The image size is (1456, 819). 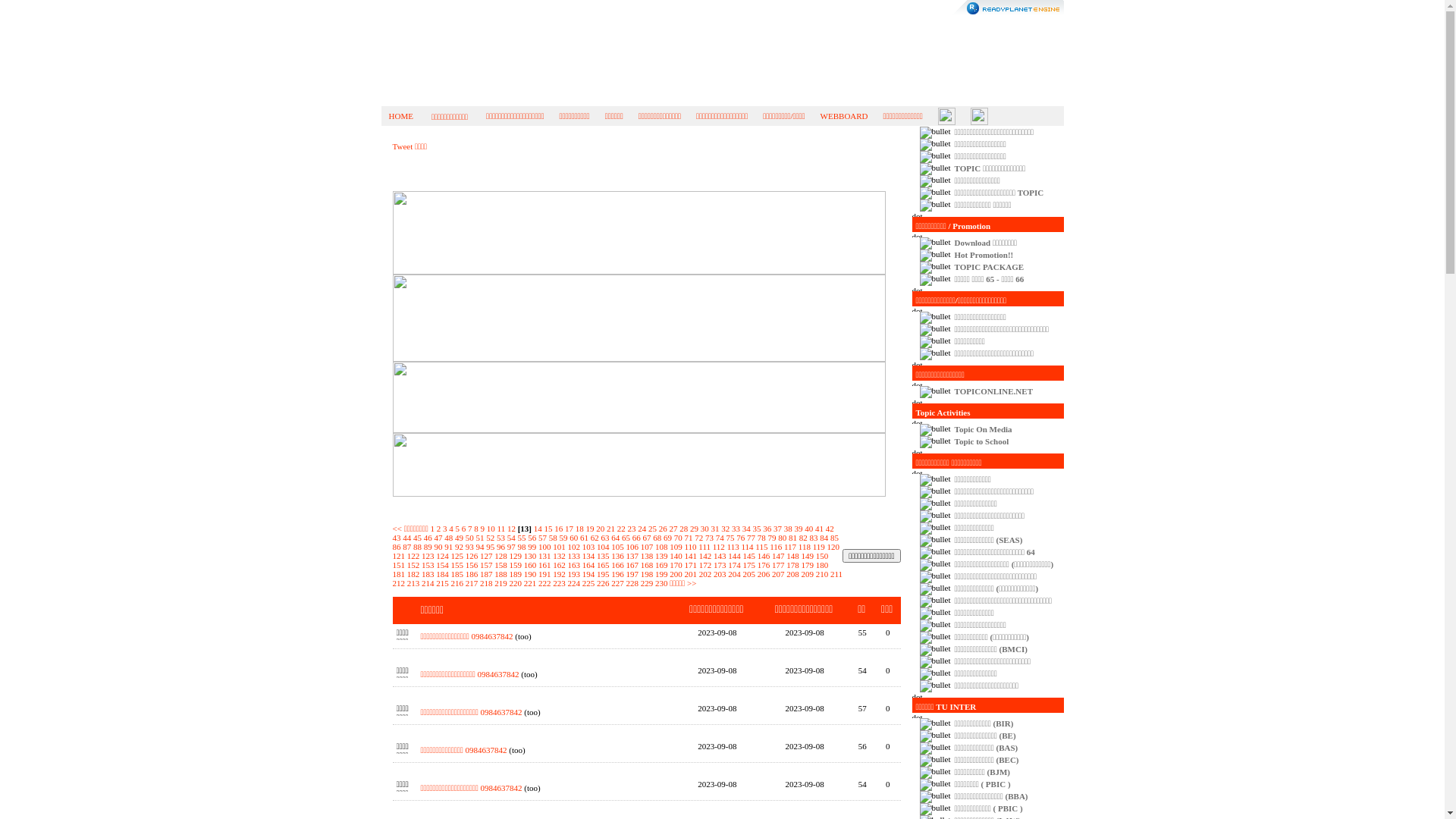 I want to click on '153', so click(x=427, y=564).